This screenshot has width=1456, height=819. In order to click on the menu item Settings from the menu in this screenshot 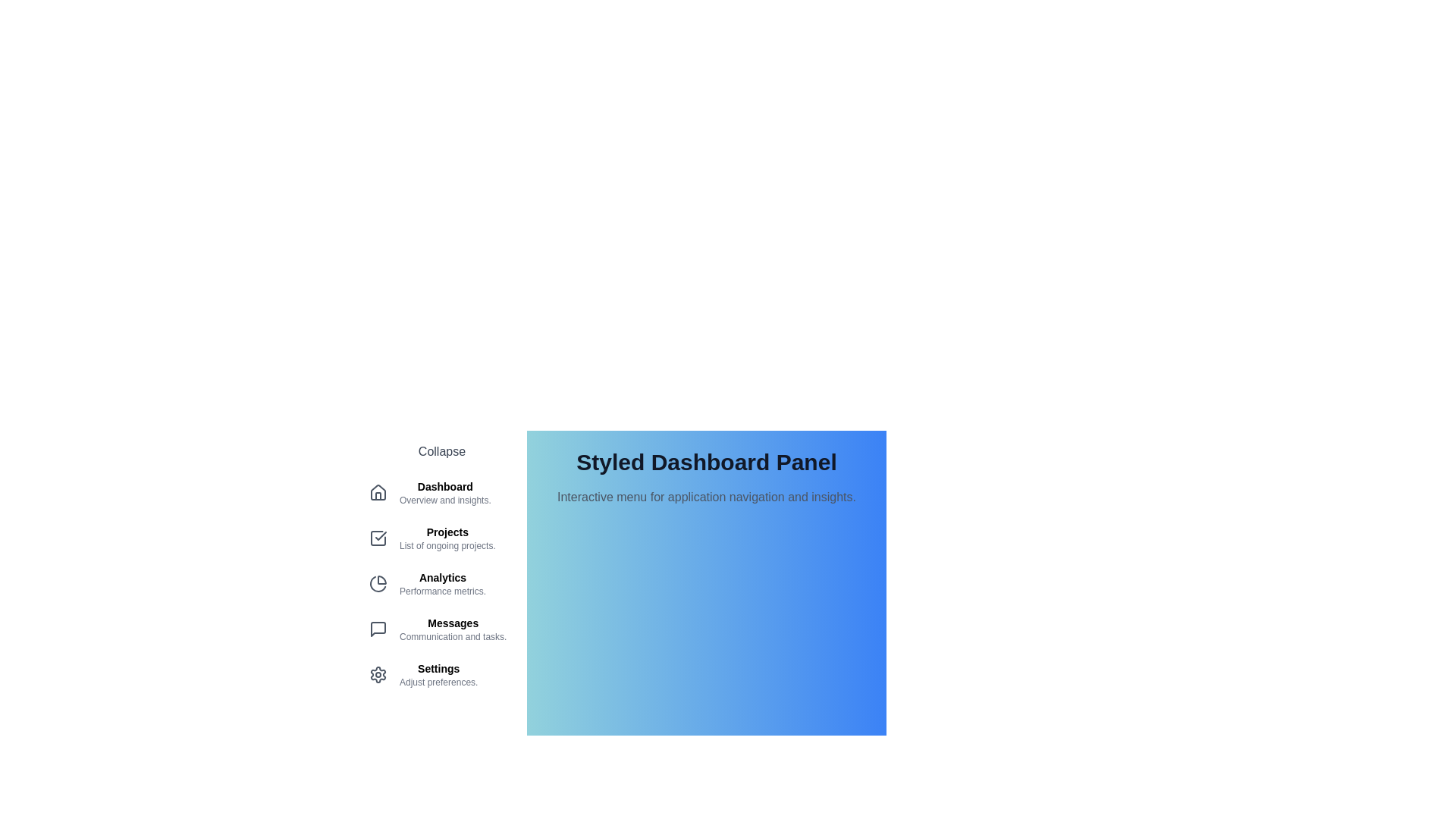, I will do `click(441, 674)`.